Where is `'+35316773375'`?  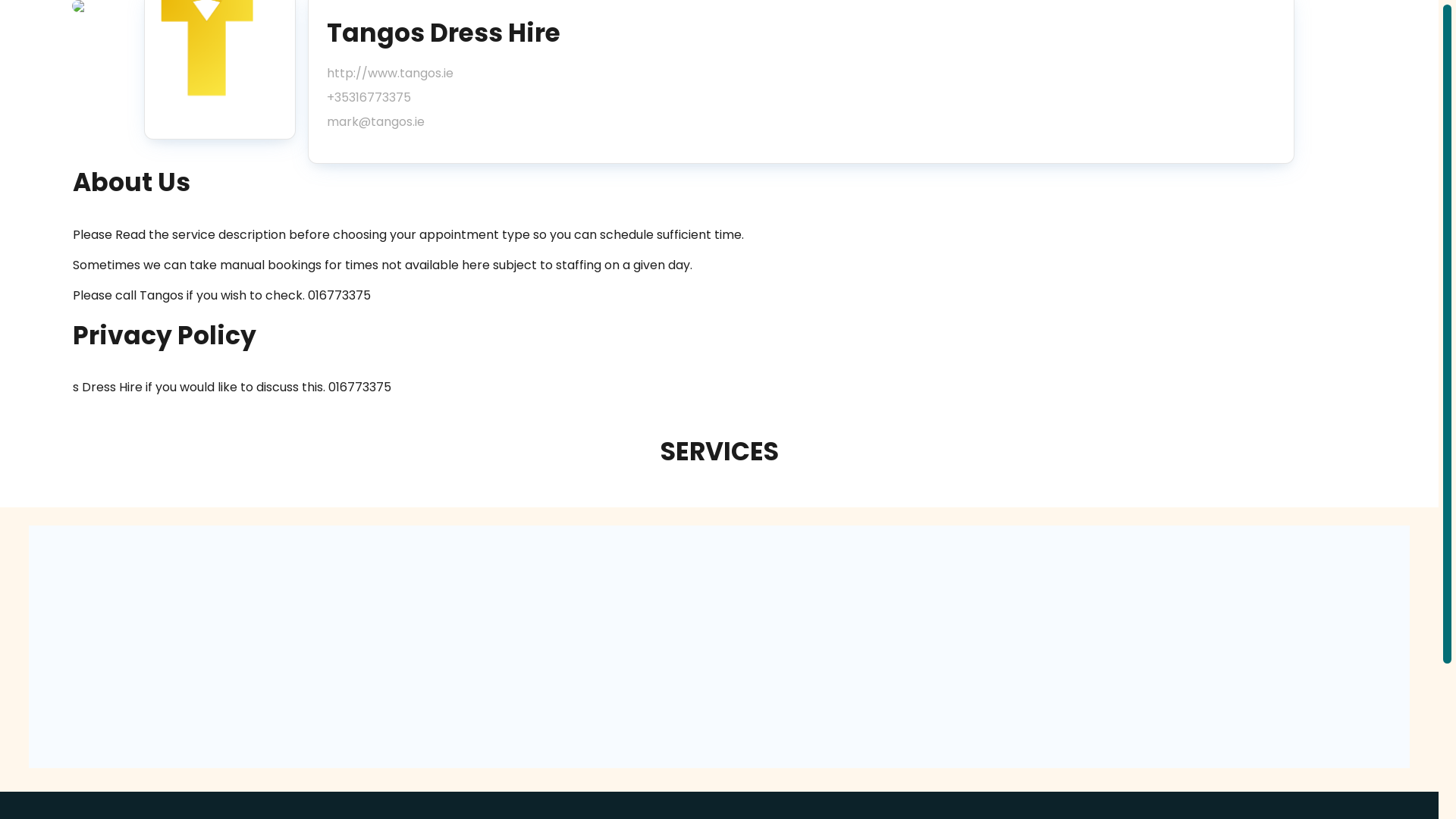
'+35316773375' is located at coordinates (326, 97).